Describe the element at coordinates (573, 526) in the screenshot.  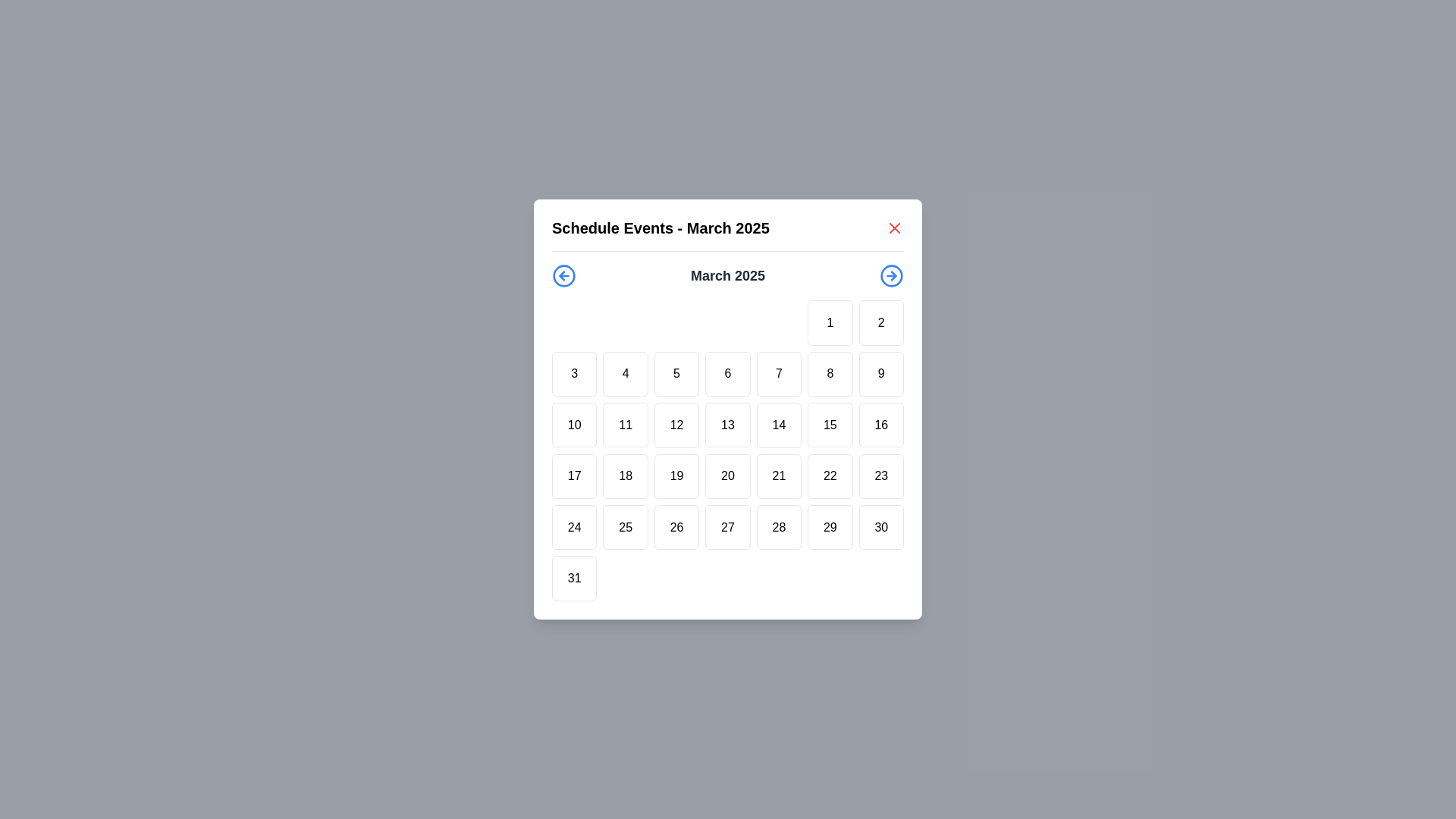
I see `the twenty-fourth button in a calendar interface, positioned in the sixth row and first column of a grid` at that location.